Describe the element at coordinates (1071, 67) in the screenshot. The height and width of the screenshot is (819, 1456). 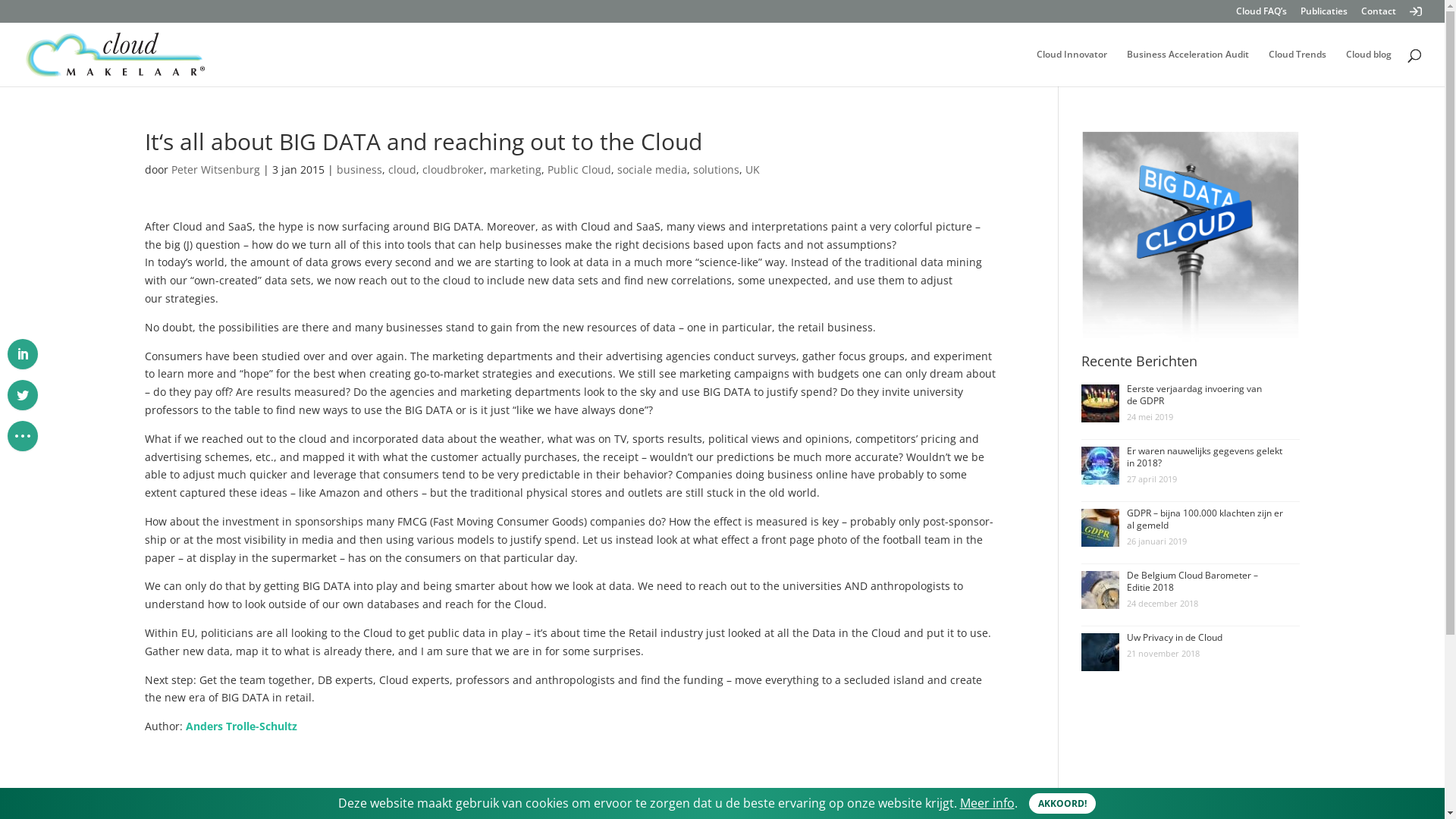
I see `'Cloud Innovator'` at that location.